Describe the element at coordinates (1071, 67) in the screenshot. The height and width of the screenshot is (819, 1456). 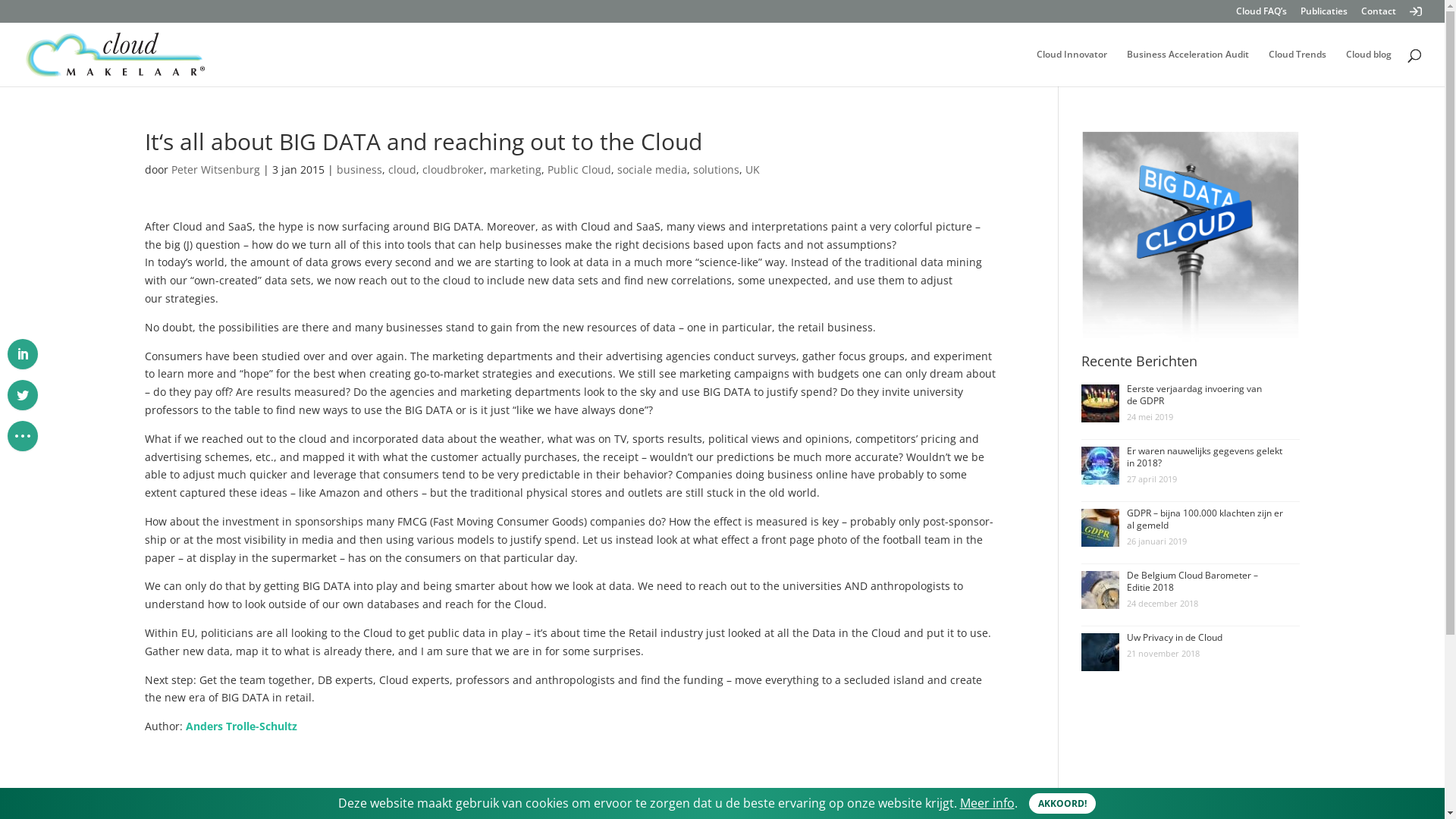
I see `'Cloud Innovator'` at that location.